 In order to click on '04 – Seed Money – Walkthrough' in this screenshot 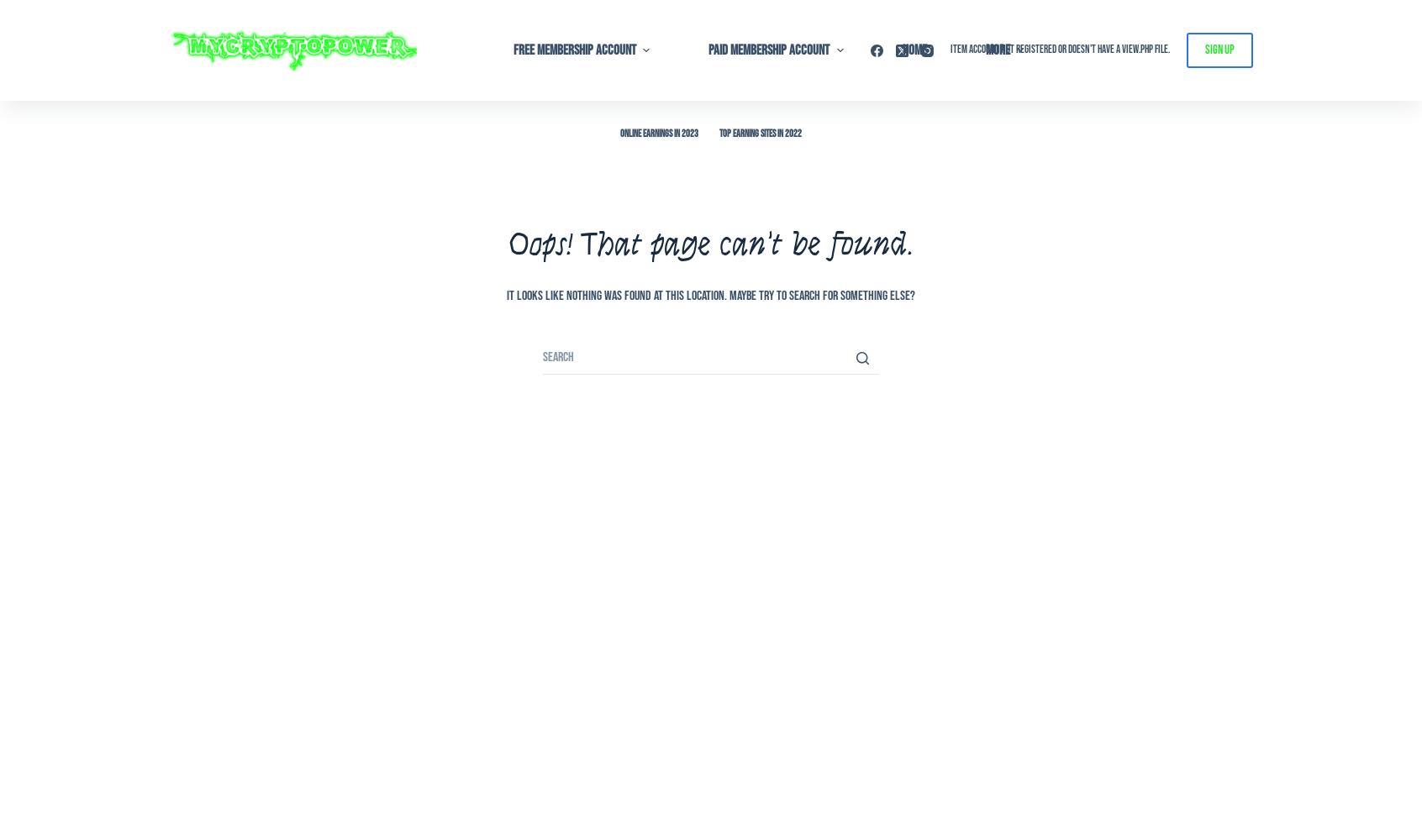, I will do `click(552, 161)`.